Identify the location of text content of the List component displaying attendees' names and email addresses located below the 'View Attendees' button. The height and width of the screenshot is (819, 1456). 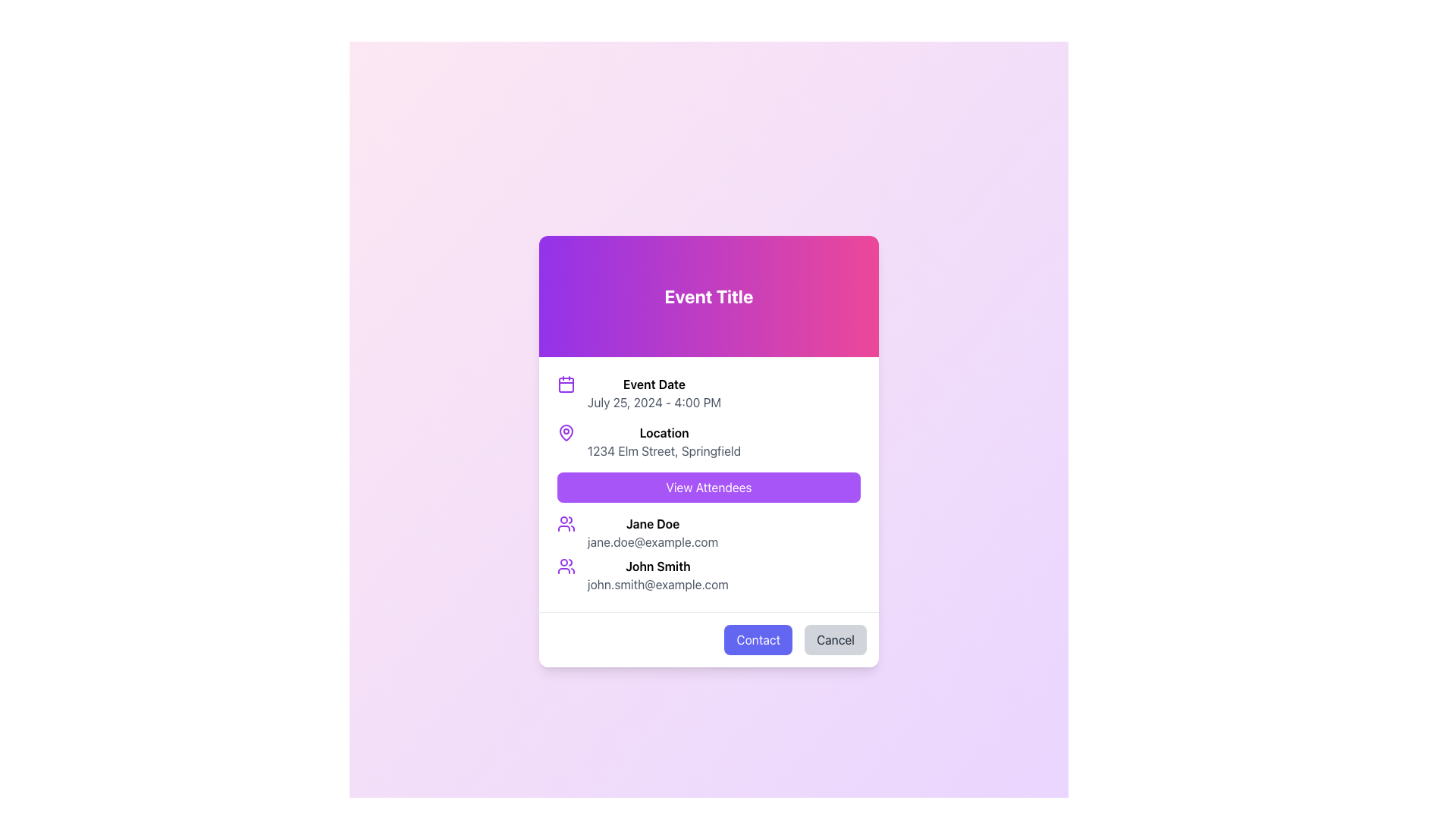
(708, 553).